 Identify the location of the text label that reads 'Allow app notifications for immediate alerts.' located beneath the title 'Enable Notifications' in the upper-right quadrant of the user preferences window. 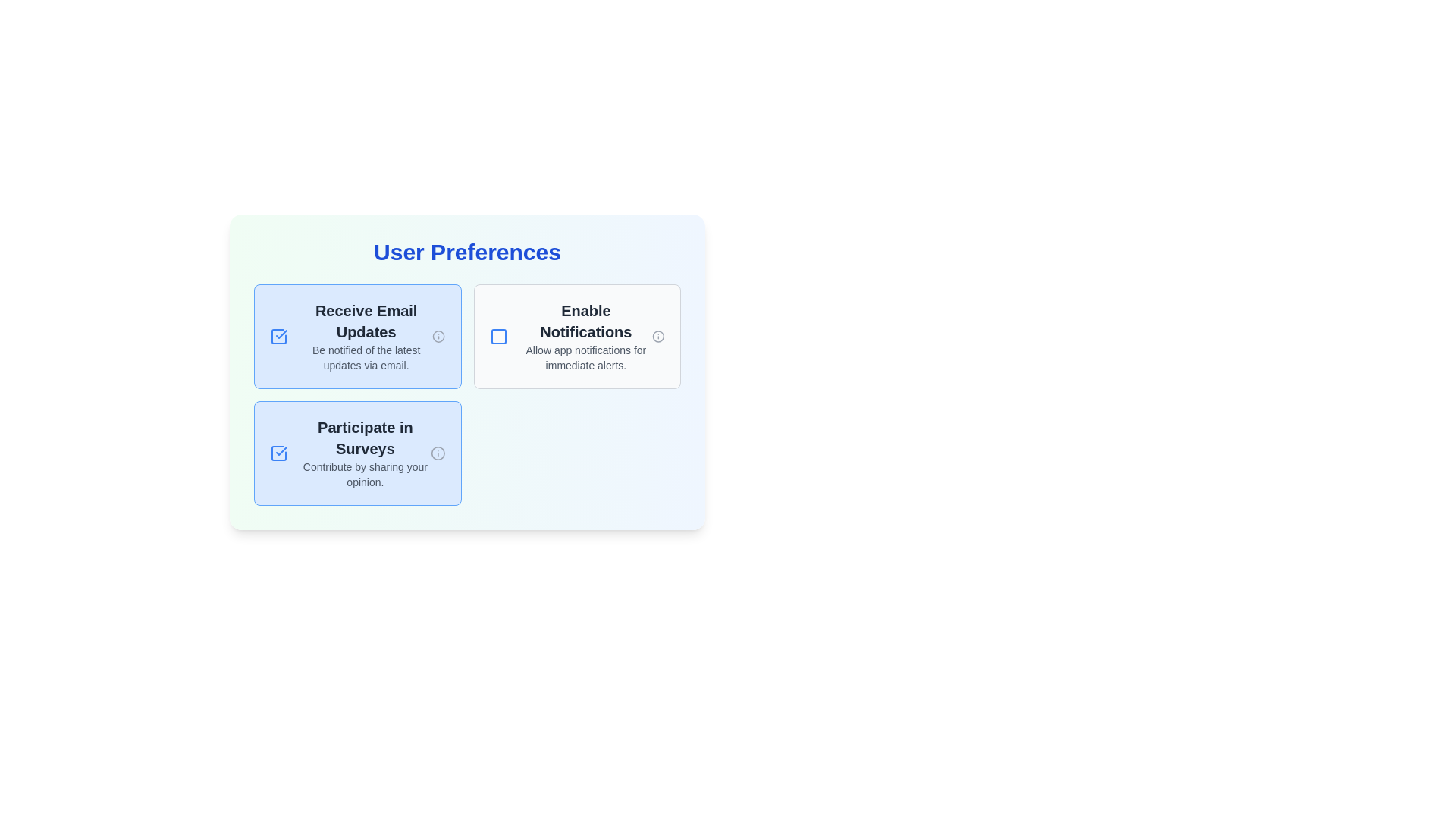
(585, 357).